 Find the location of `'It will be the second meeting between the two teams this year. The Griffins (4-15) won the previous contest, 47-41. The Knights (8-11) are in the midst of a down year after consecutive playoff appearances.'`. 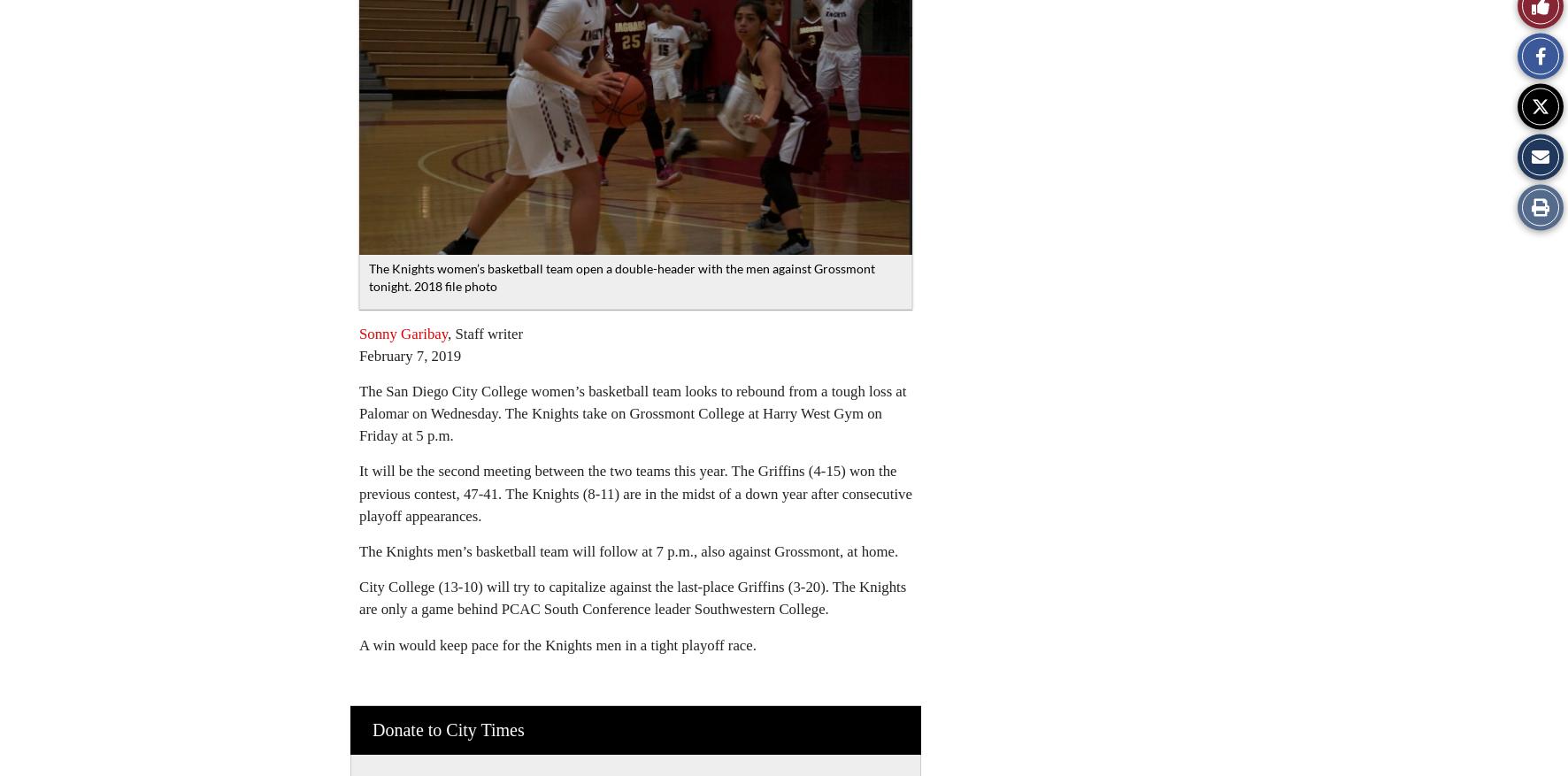

'It will be the second meeting between the two teams this year. The Griffins (4-15) won the previous contest, 47-41. The Knights (8-11) are in the midst of a down year after consecutive playoff appearances.' is located at coordinates (634, 493).